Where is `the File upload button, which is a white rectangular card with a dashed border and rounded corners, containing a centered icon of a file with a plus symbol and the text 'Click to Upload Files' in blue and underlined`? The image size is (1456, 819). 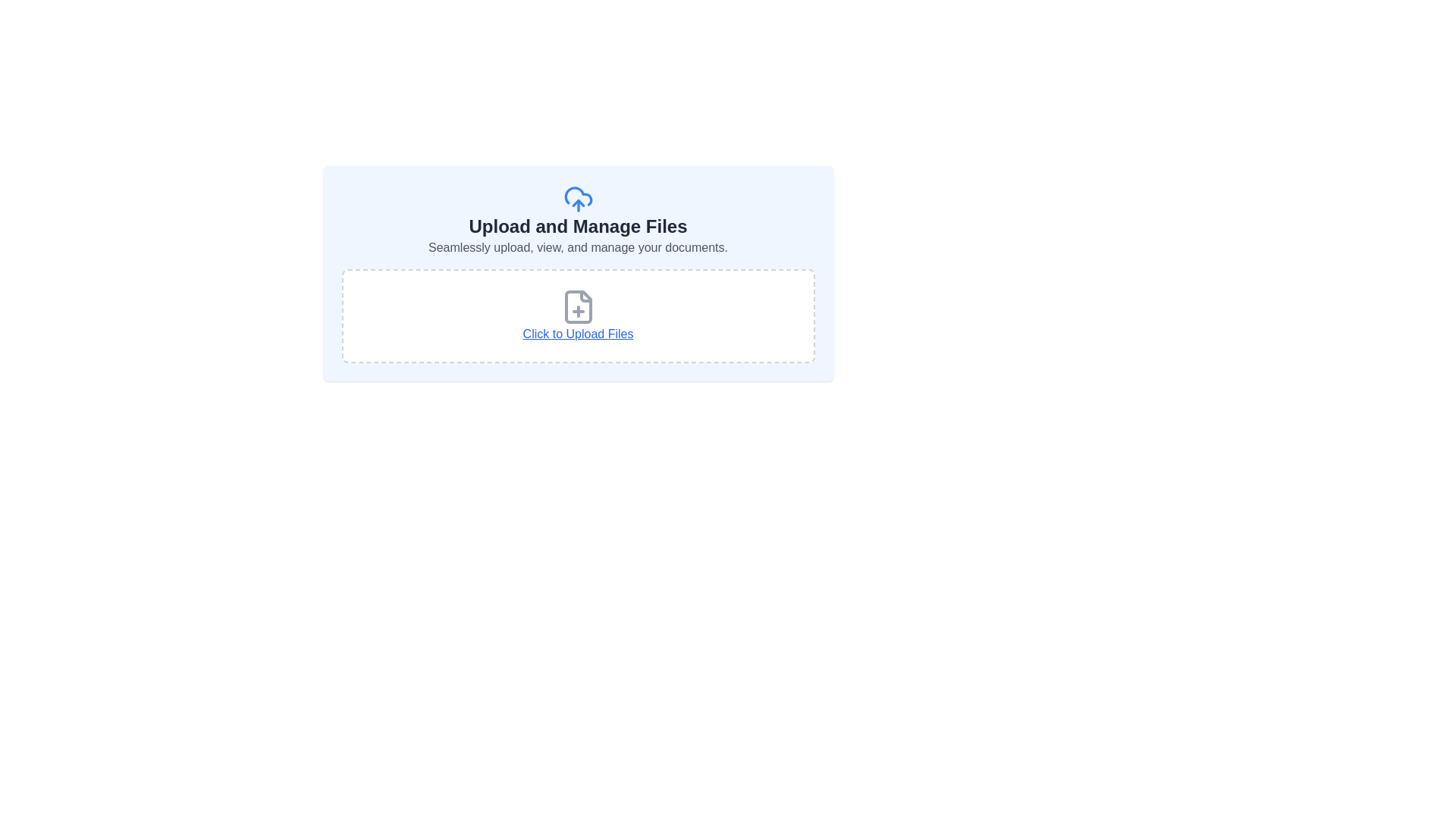
the File upload button, which is a white rectangular card with a dashed border and rounded corners, containing a centered icon of a file with a plus symbol and the text 'Click to Upload Files' in blue and underlined is located at coordinates (577, 315).